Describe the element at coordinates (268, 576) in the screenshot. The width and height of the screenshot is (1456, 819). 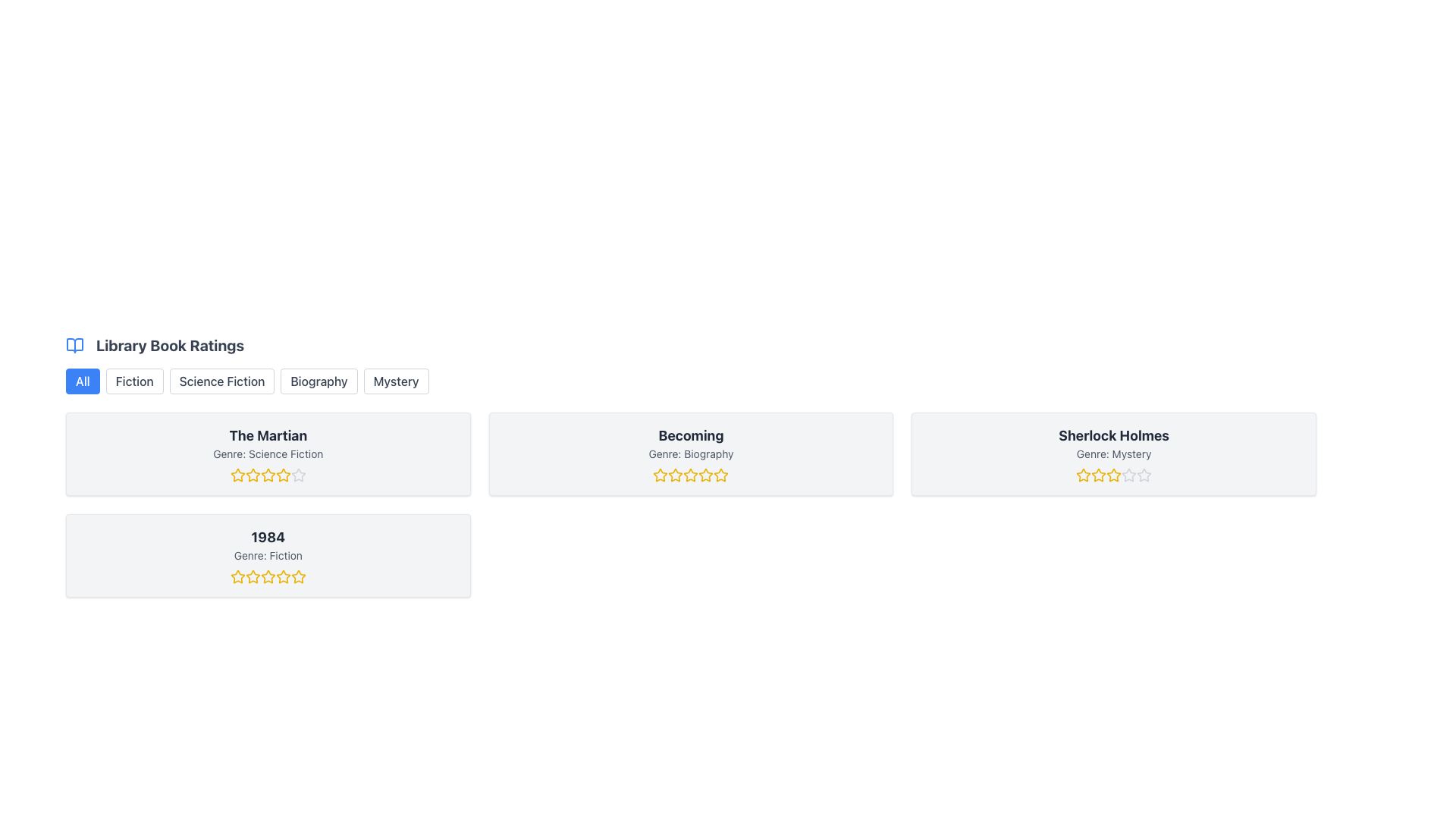
I see `the third yellow outlined star icon in the 5-star rating system under the book title '1984' to rate` at that location.